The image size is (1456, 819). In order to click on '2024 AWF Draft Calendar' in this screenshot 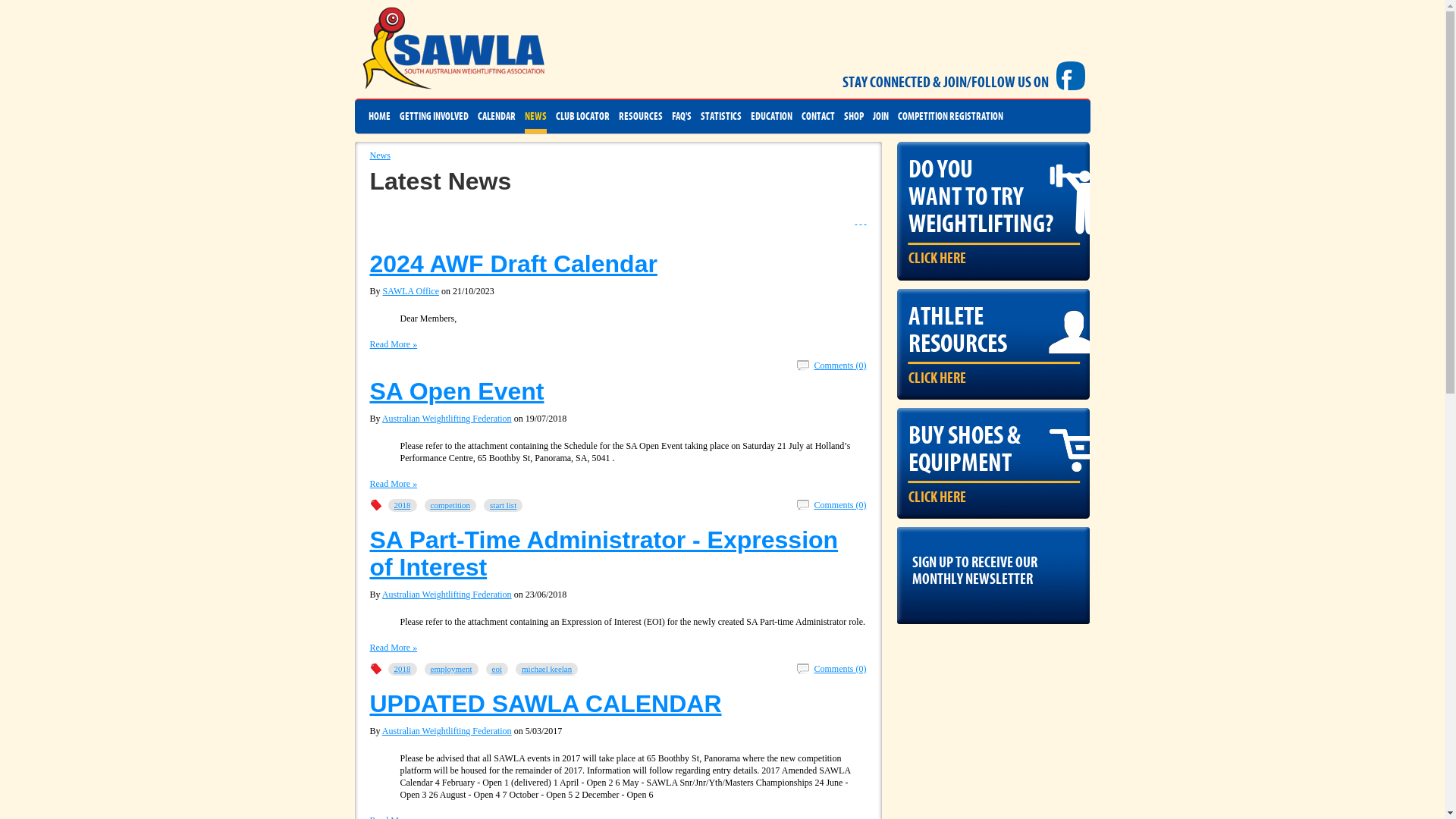, I will do `click(513, 262)`.